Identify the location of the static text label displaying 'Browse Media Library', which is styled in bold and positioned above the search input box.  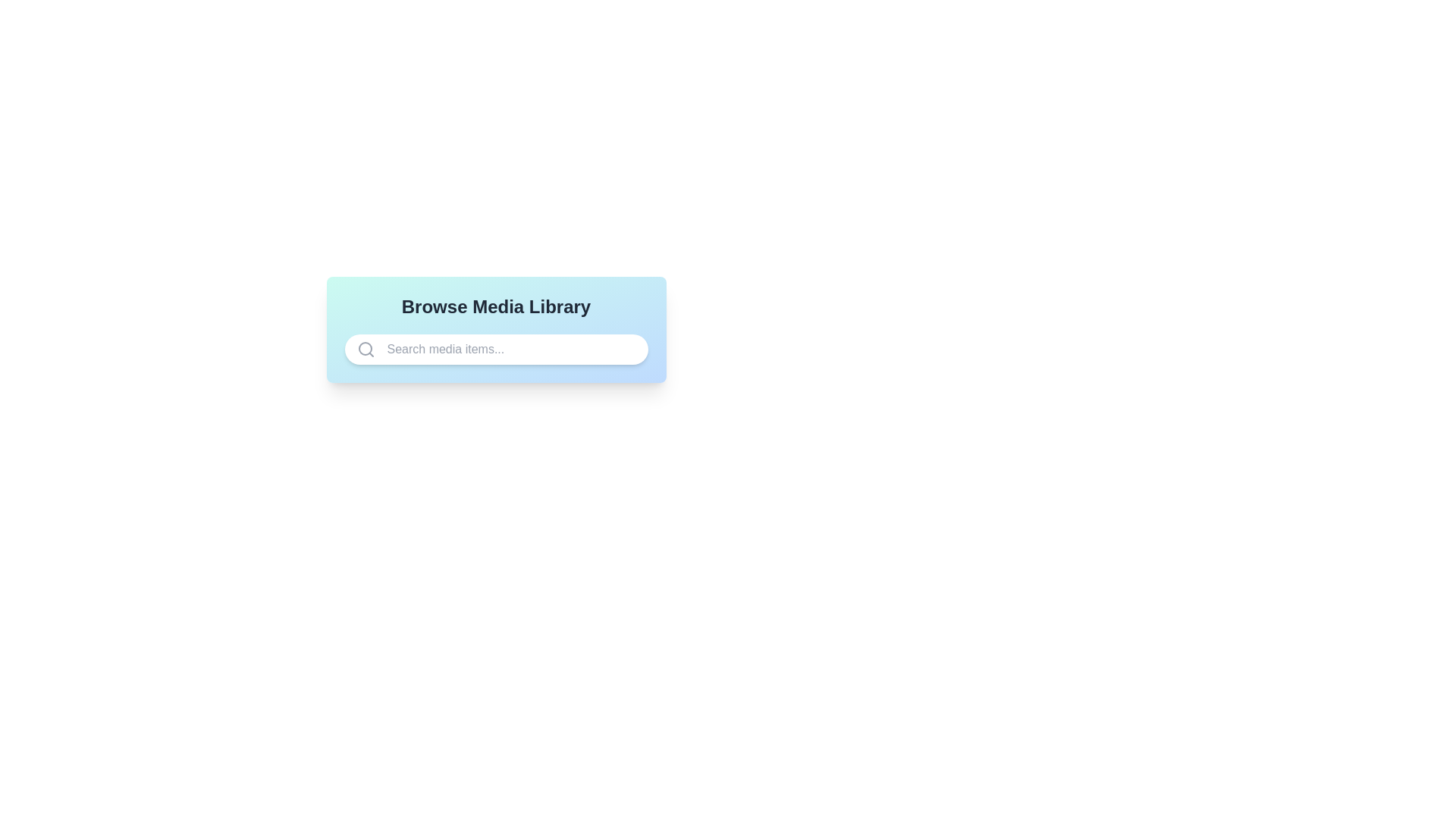
(496, 307).